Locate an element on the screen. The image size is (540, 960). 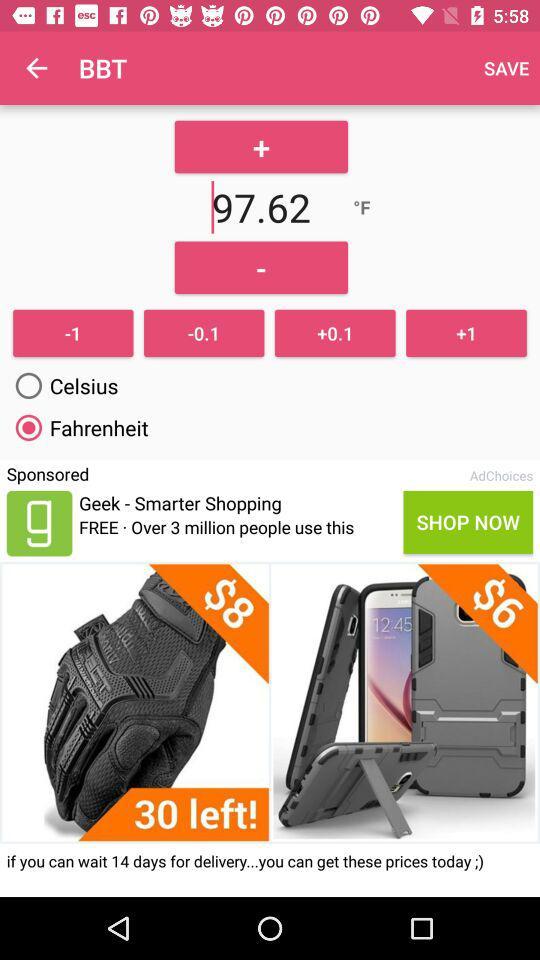
sponsored advertisement is located at coordinates (39, 522).